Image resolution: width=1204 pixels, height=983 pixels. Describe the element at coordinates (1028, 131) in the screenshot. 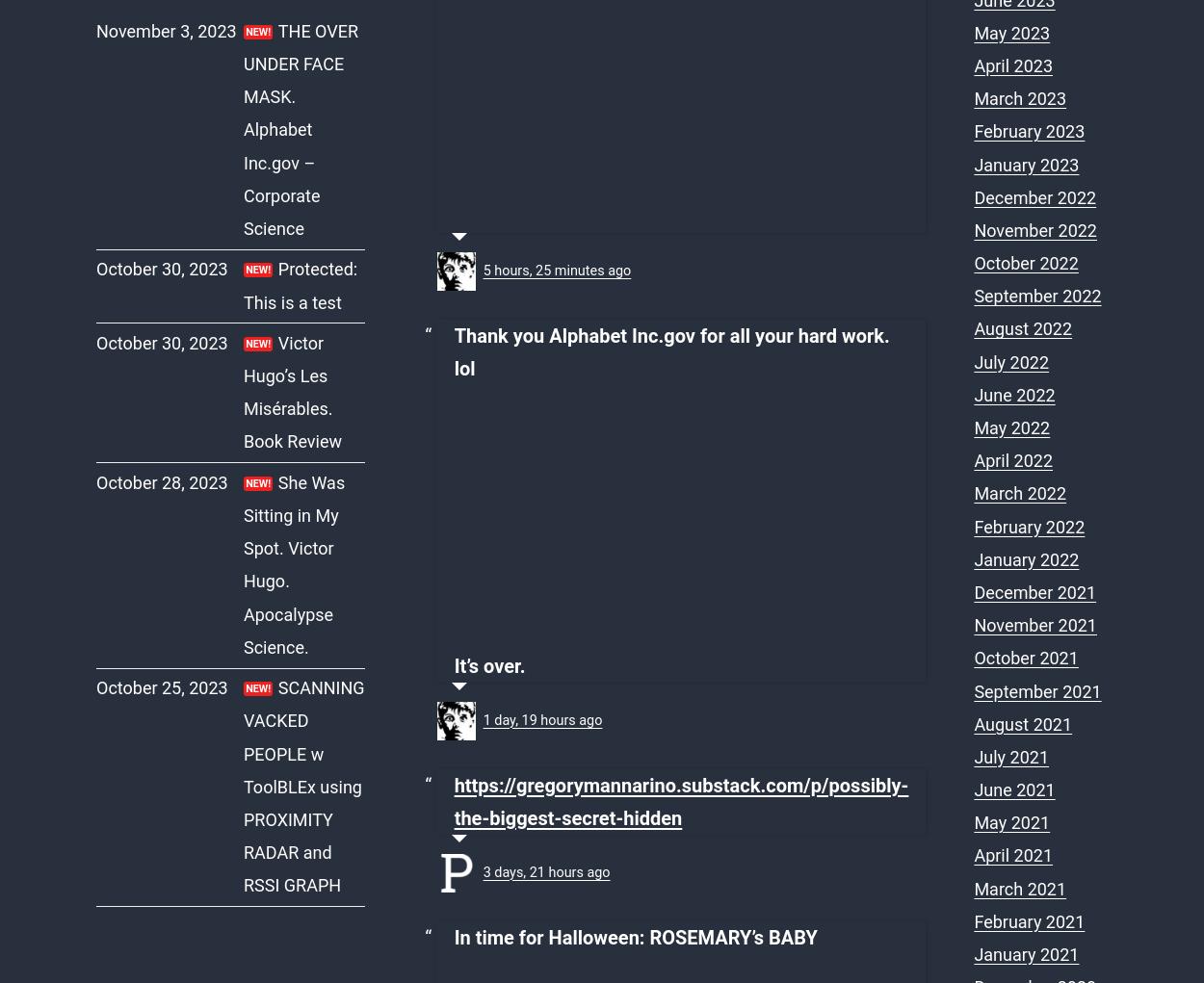

I see `'February 2023'` at that location.